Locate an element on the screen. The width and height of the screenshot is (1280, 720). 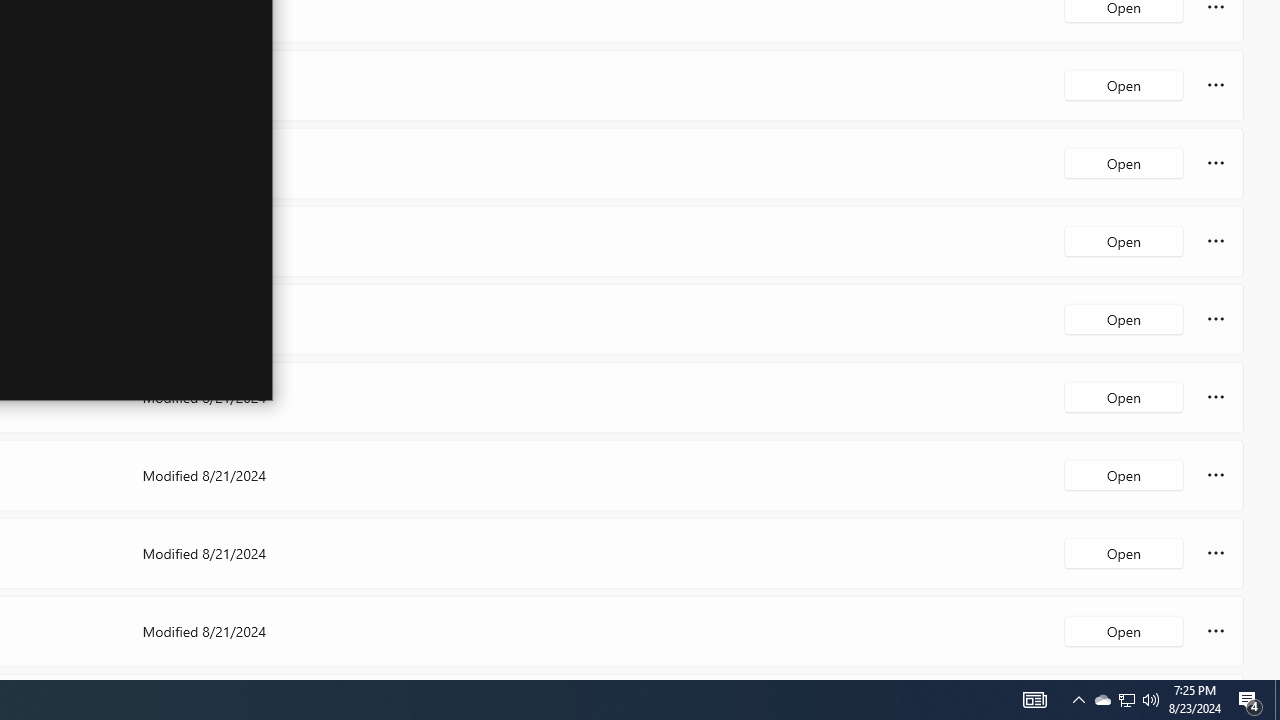
'AutomationID: 4105' is located at coordinates (1078, 698).